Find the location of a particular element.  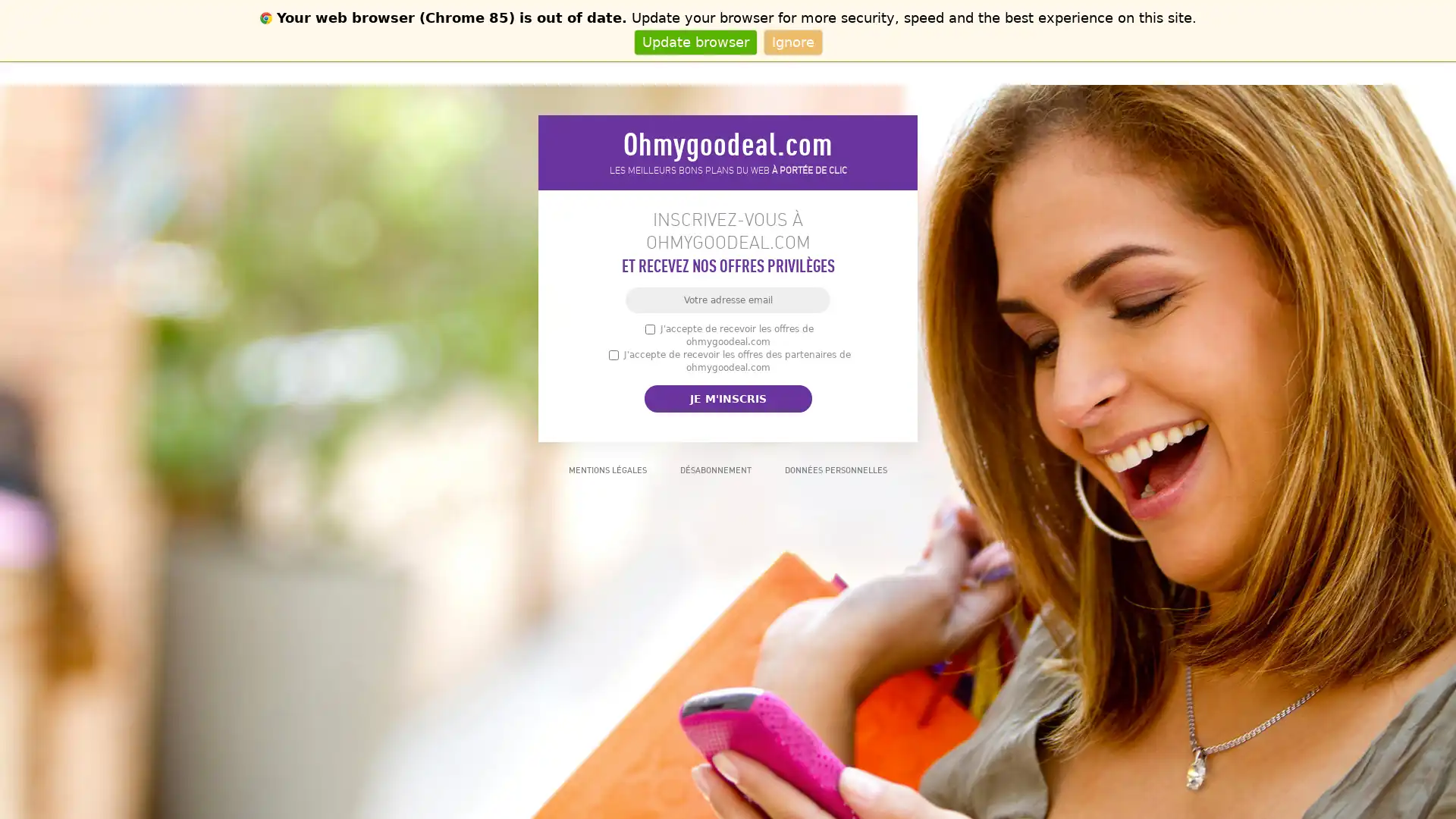

Je m'inscris is located at coordinates (726, 397).